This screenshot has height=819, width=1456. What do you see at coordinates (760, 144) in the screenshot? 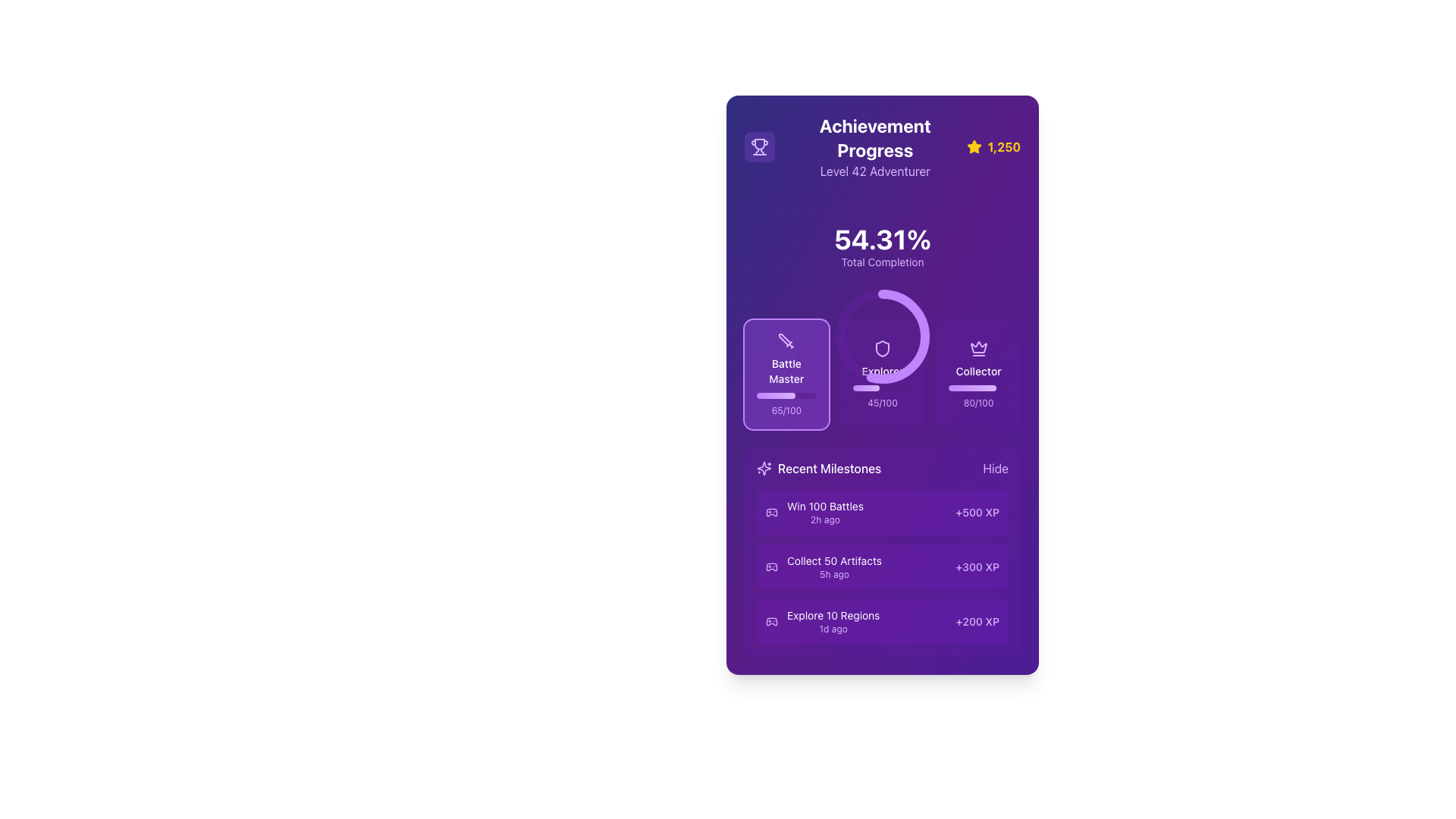
I see `the purple trophy icon located in the top left header section, next to the 'Achievement Progress' label` at bounding box center [760, 144].